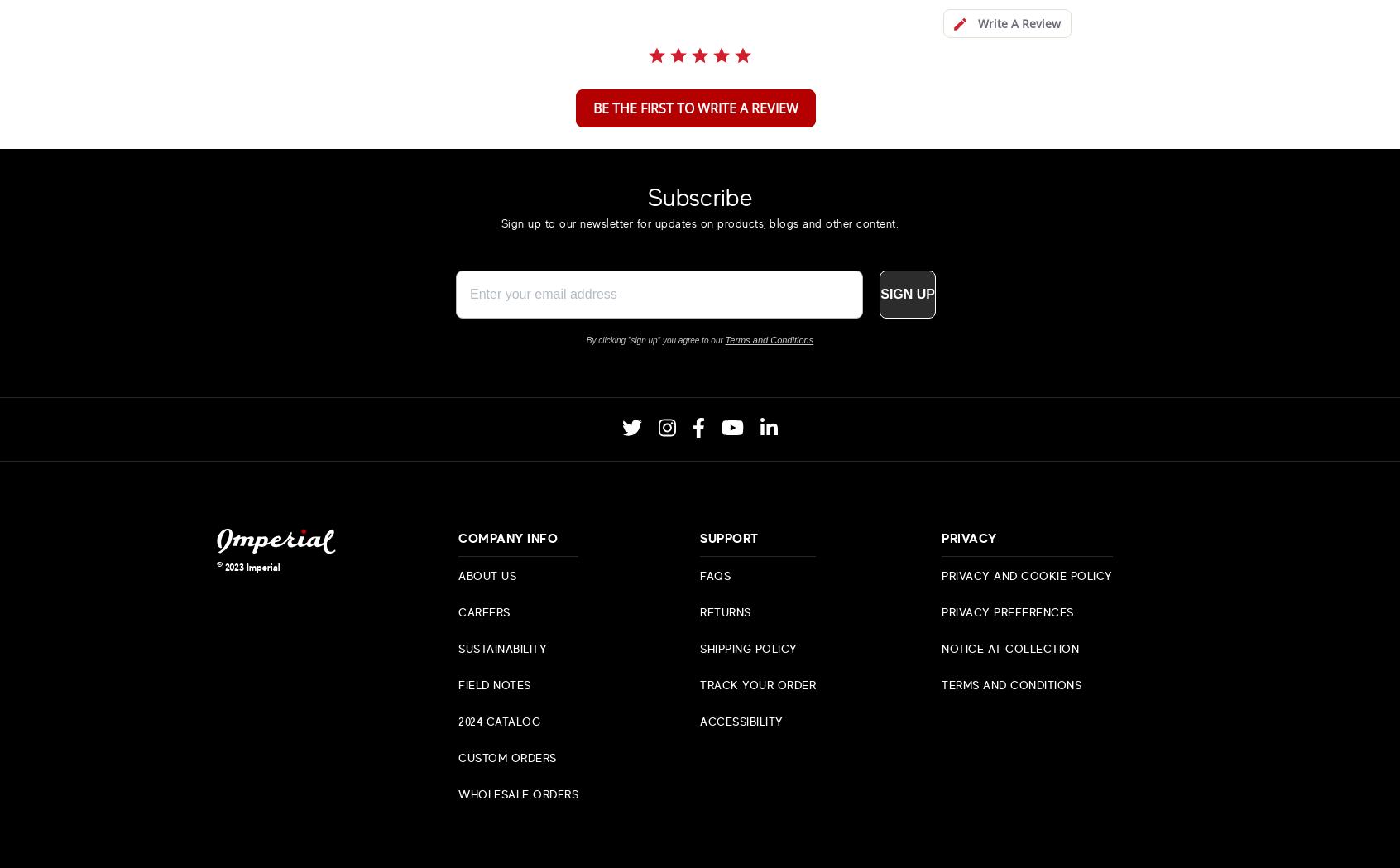 The height and width of the screenshot is (868, 1400). I want to click on '2023 Imperial', so click(251, 565).